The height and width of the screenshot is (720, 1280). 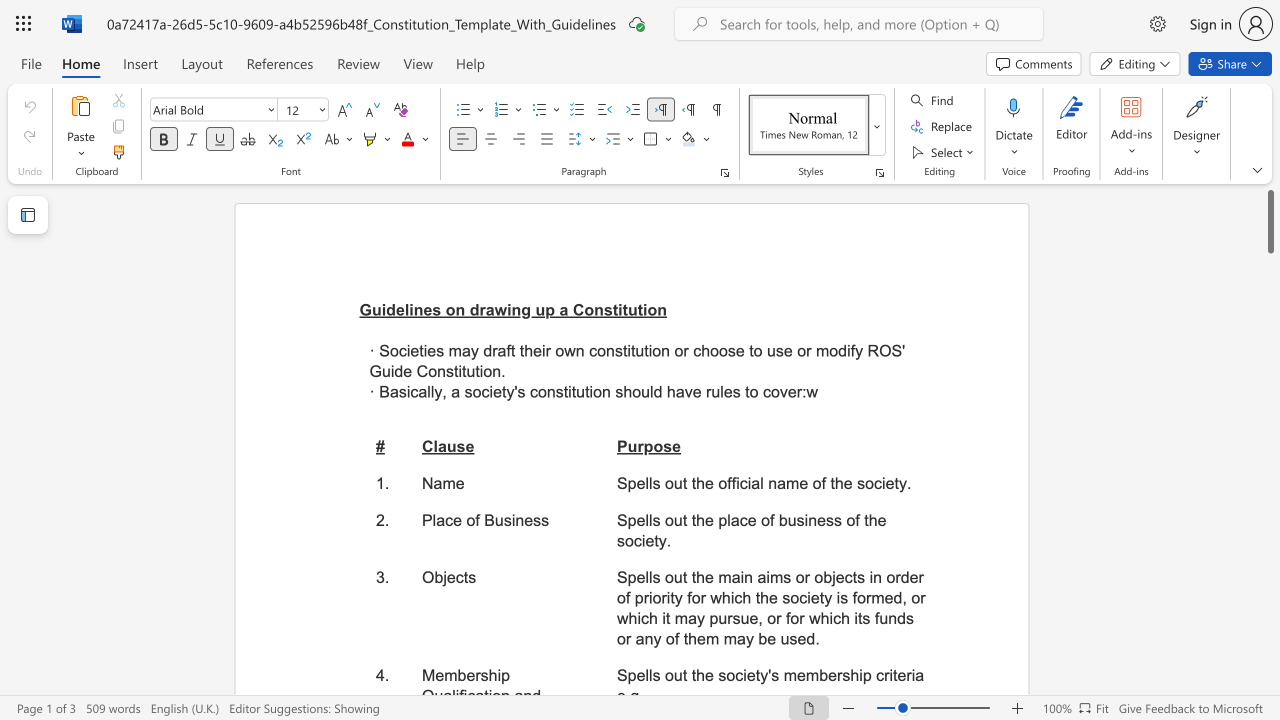 What do you see at coordinates (1269, 480) in the screenshot?
I see `the right-hand scrollbar to descend the page` at bounding box center [1269, 480].